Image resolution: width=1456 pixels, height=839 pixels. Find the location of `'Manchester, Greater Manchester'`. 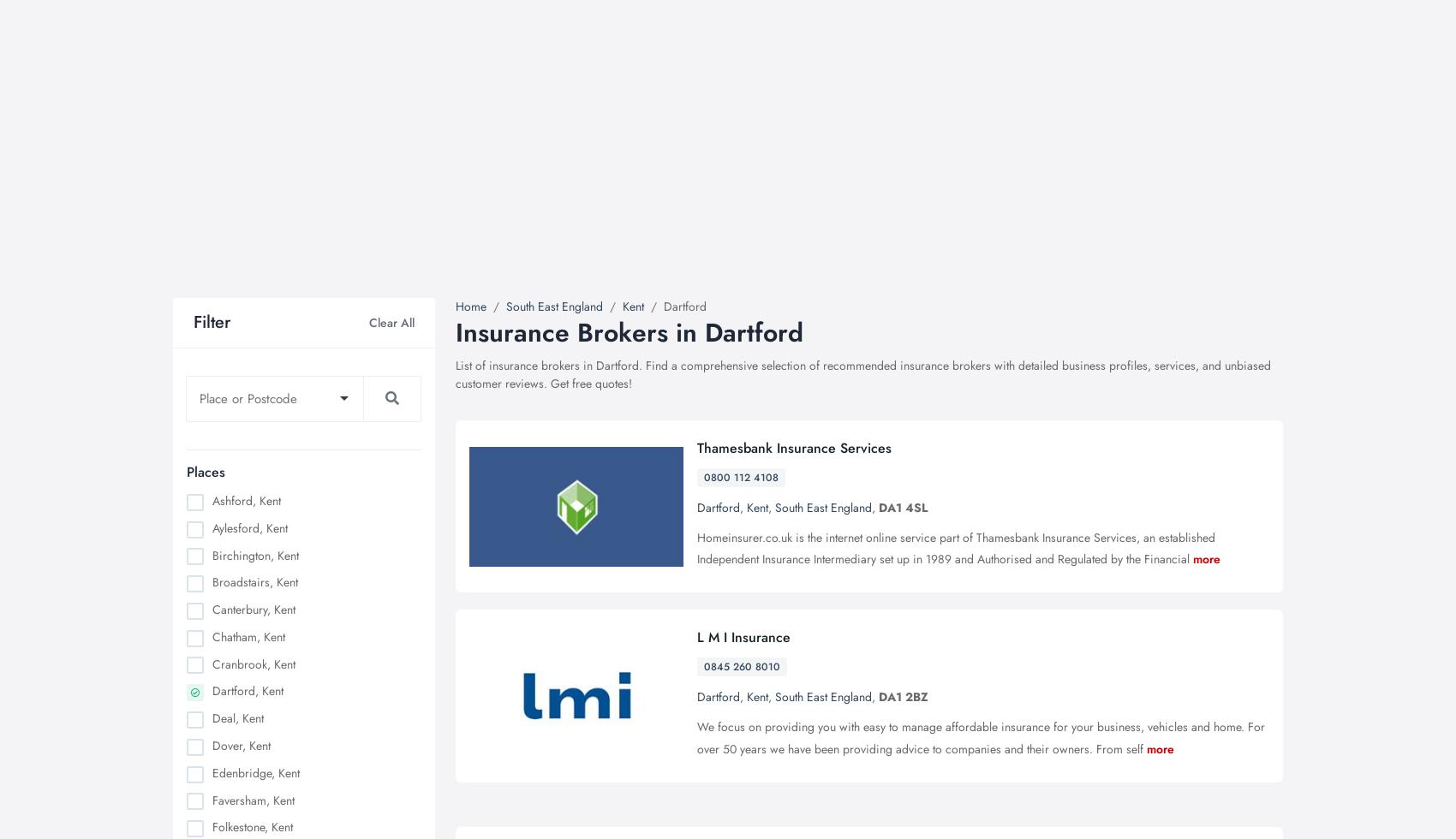

'Manchester, Greater Manchester' is located at coordinates (293, 521).